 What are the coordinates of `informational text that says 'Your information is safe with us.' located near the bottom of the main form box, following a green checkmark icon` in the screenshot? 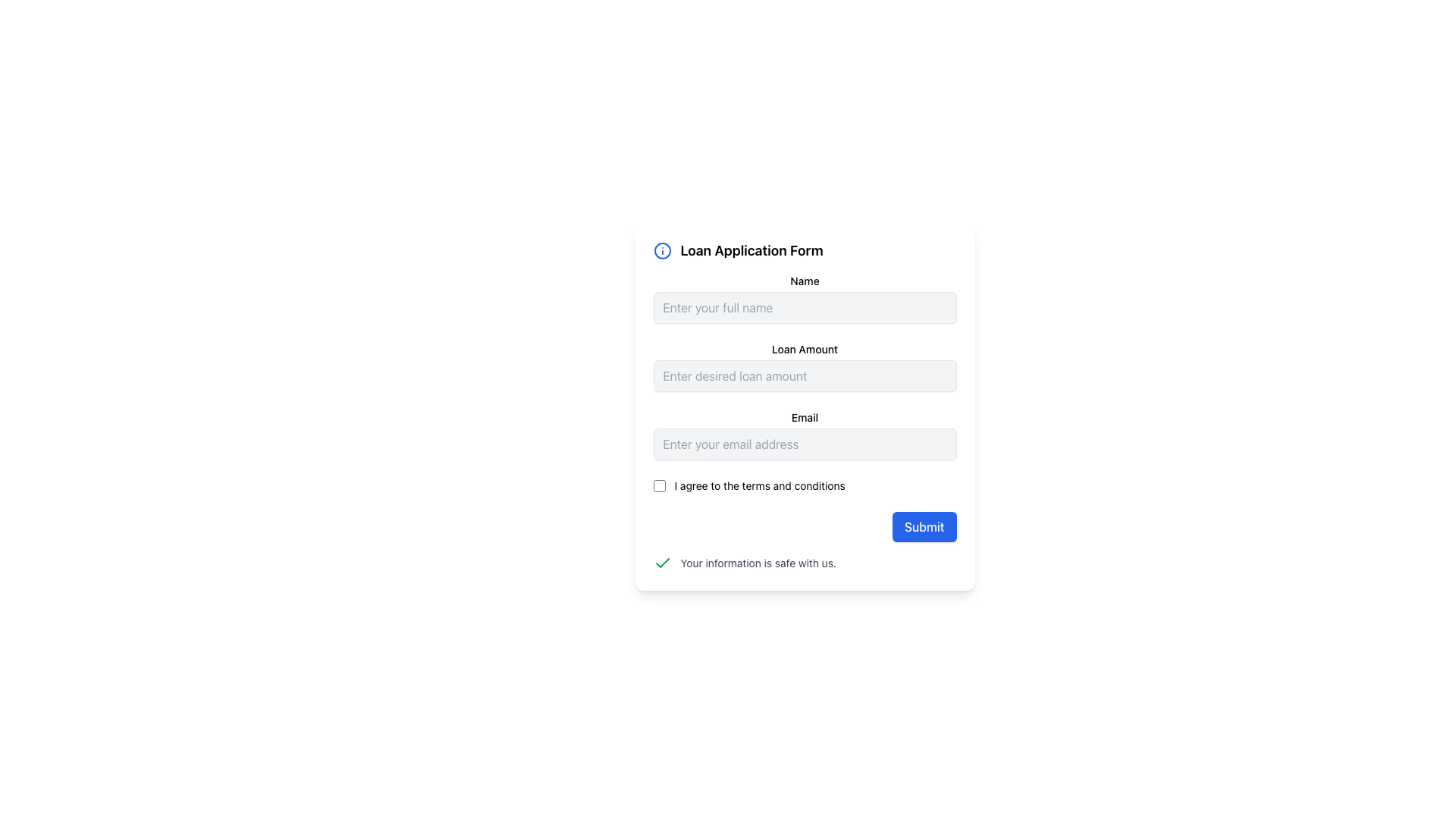 It's located at (758, 563).